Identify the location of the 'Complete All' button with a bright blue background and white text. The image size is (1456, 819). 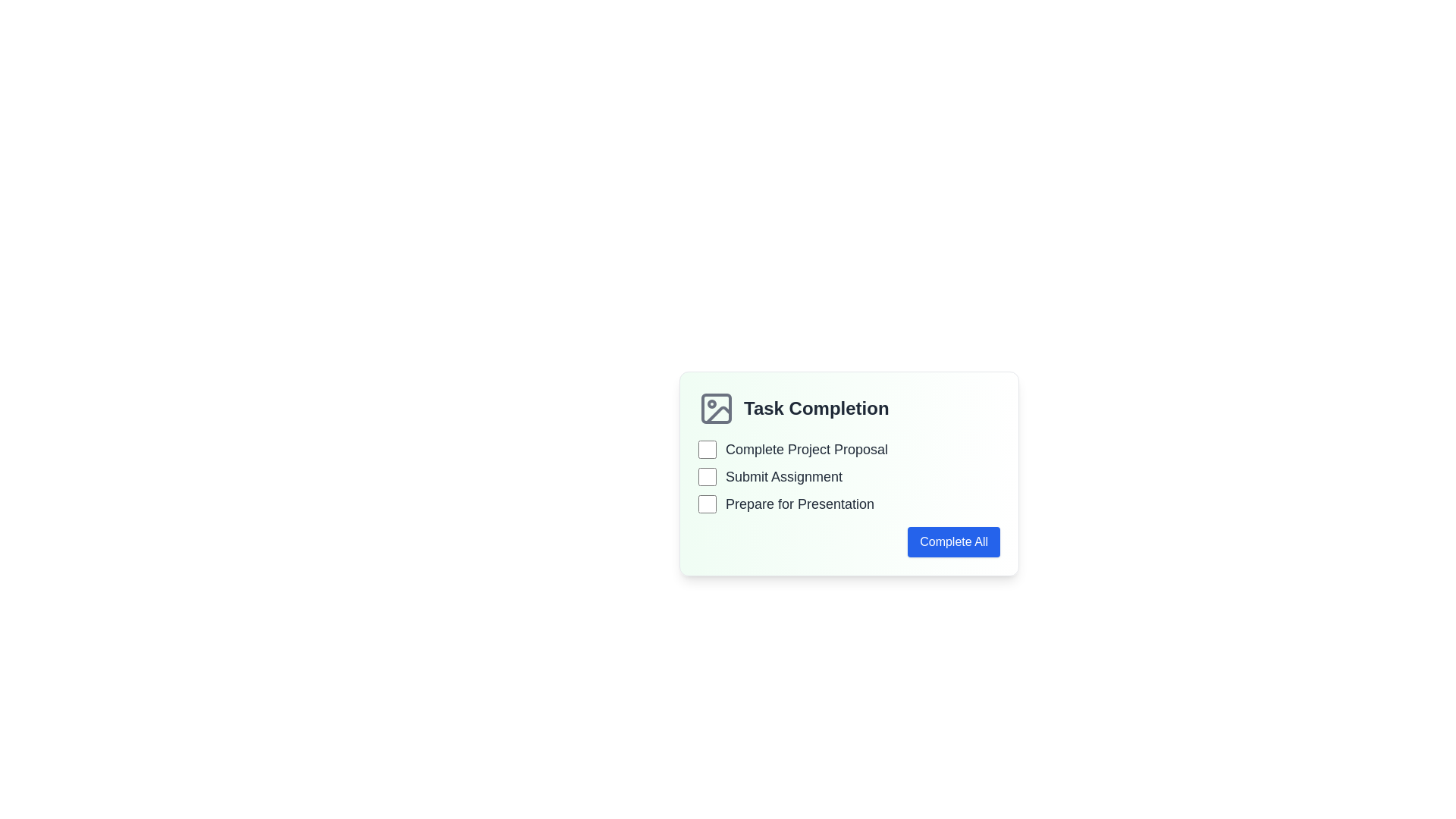
(953, 541).